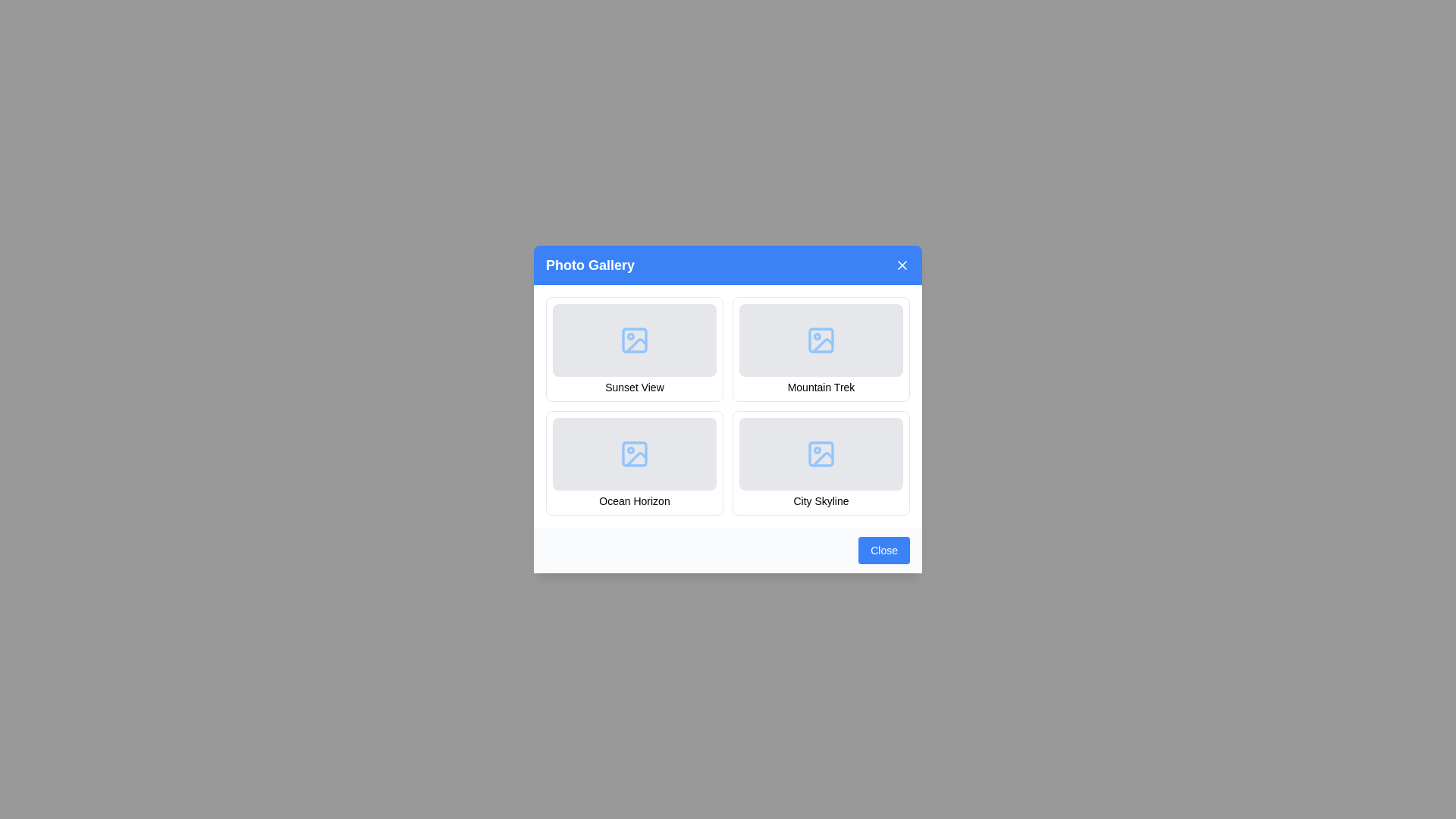 This screenshot has width=1456, height=819. What do you see at coordinates (821, 339) in the screenshot?
I see `the decorative rounded rectangle element inside the 'Mountain Trek' image grid cell in the modal window` at bounding box center [821, 339].